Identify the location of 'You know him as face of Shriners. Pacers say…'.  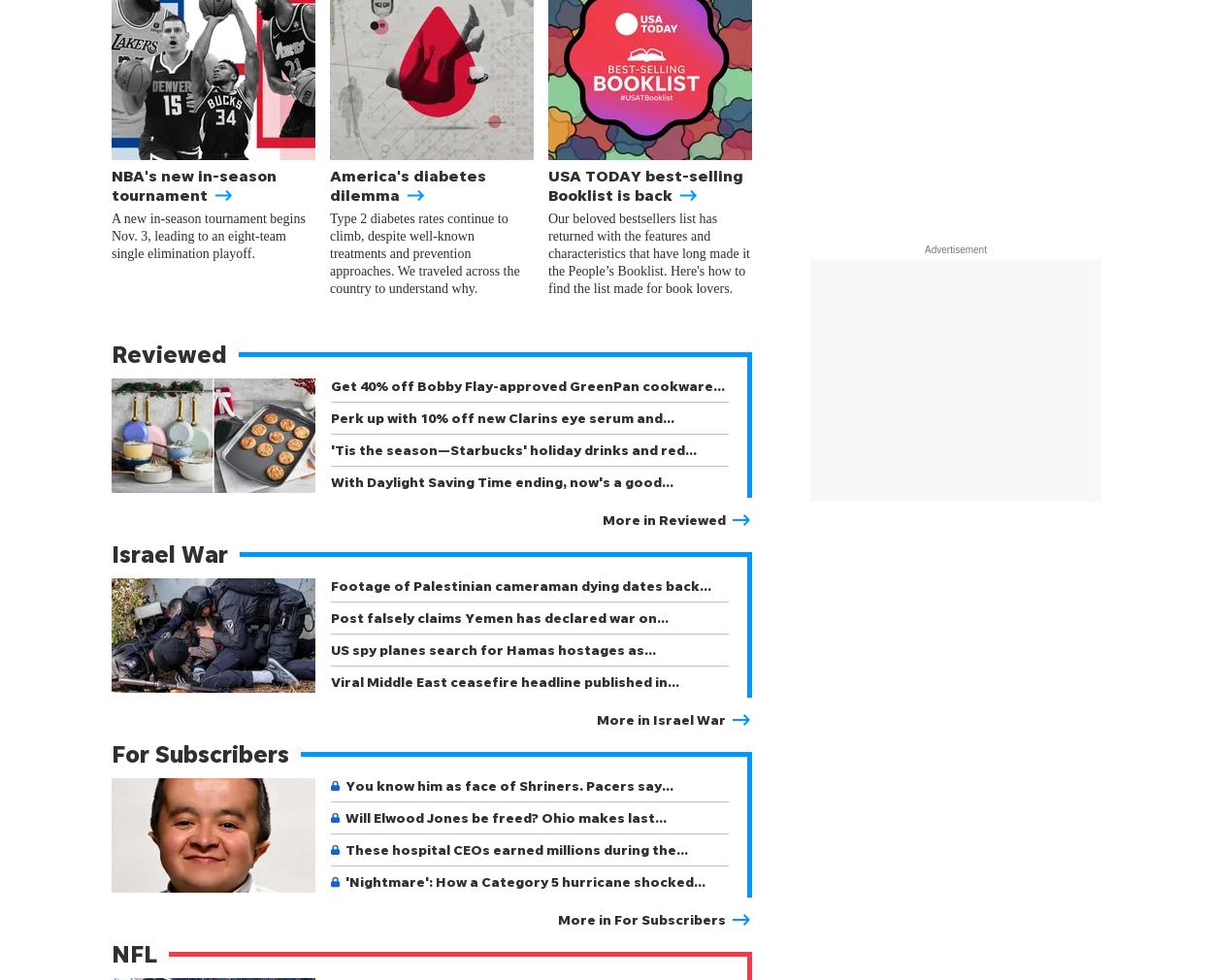
(509, 785).